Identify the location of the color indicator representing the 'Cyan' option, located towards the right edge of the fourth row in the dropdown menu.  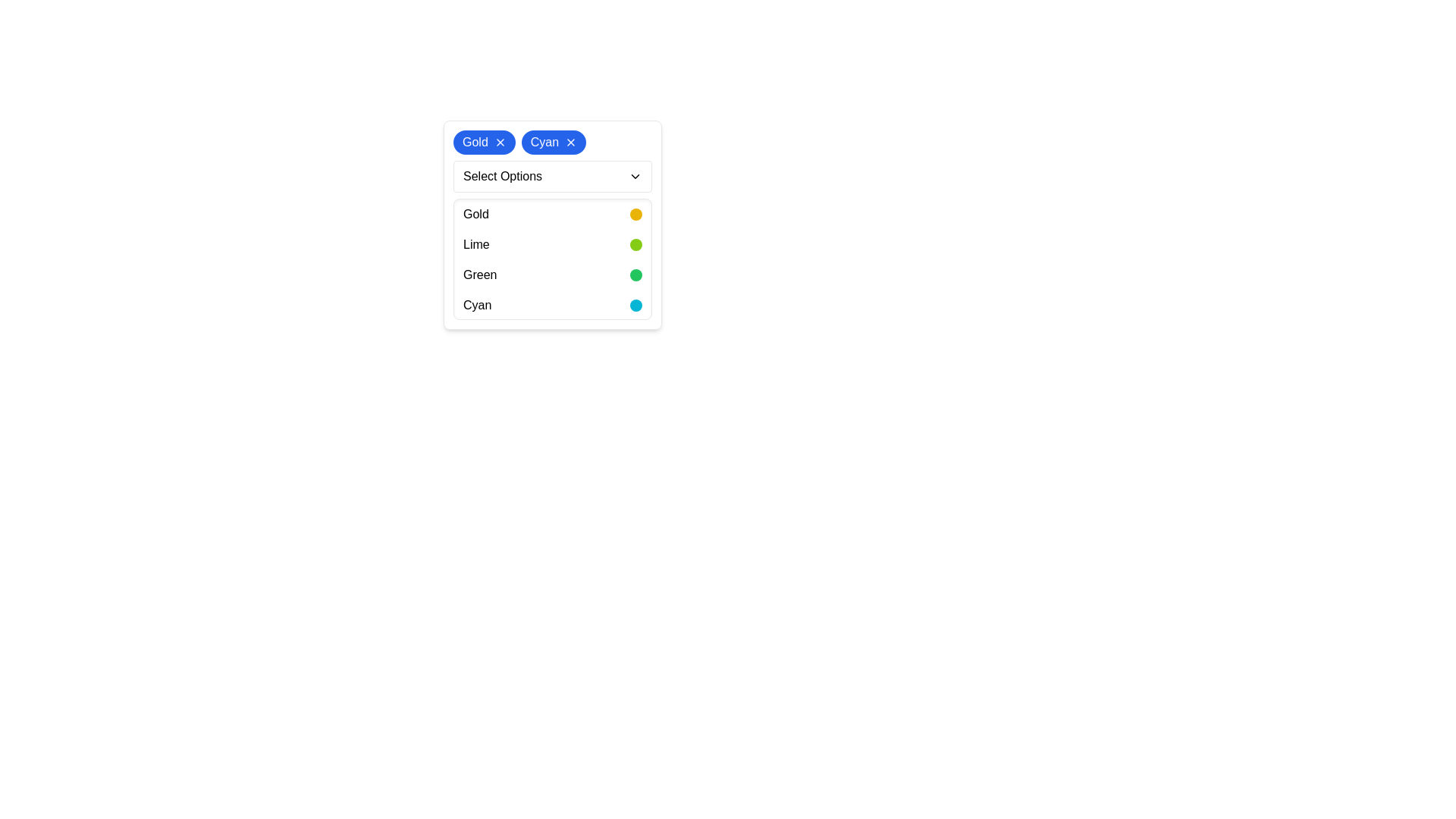
(636, 305).